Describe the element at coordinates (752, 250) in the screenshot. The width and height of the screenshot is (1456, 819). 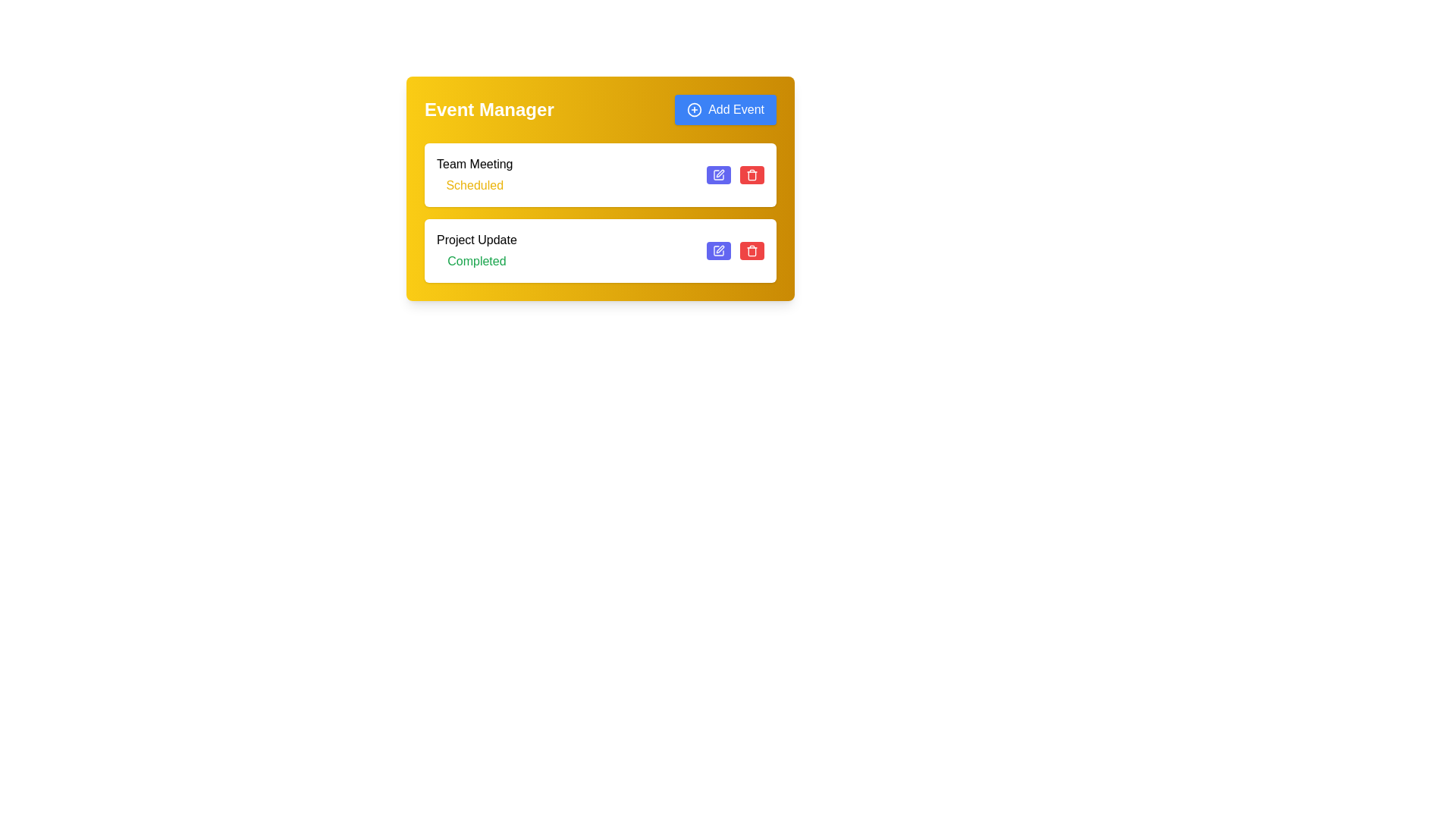
I see `the delete button located on the far right of the second list item titled 'Project Update' with status 'Completed'` at that location.